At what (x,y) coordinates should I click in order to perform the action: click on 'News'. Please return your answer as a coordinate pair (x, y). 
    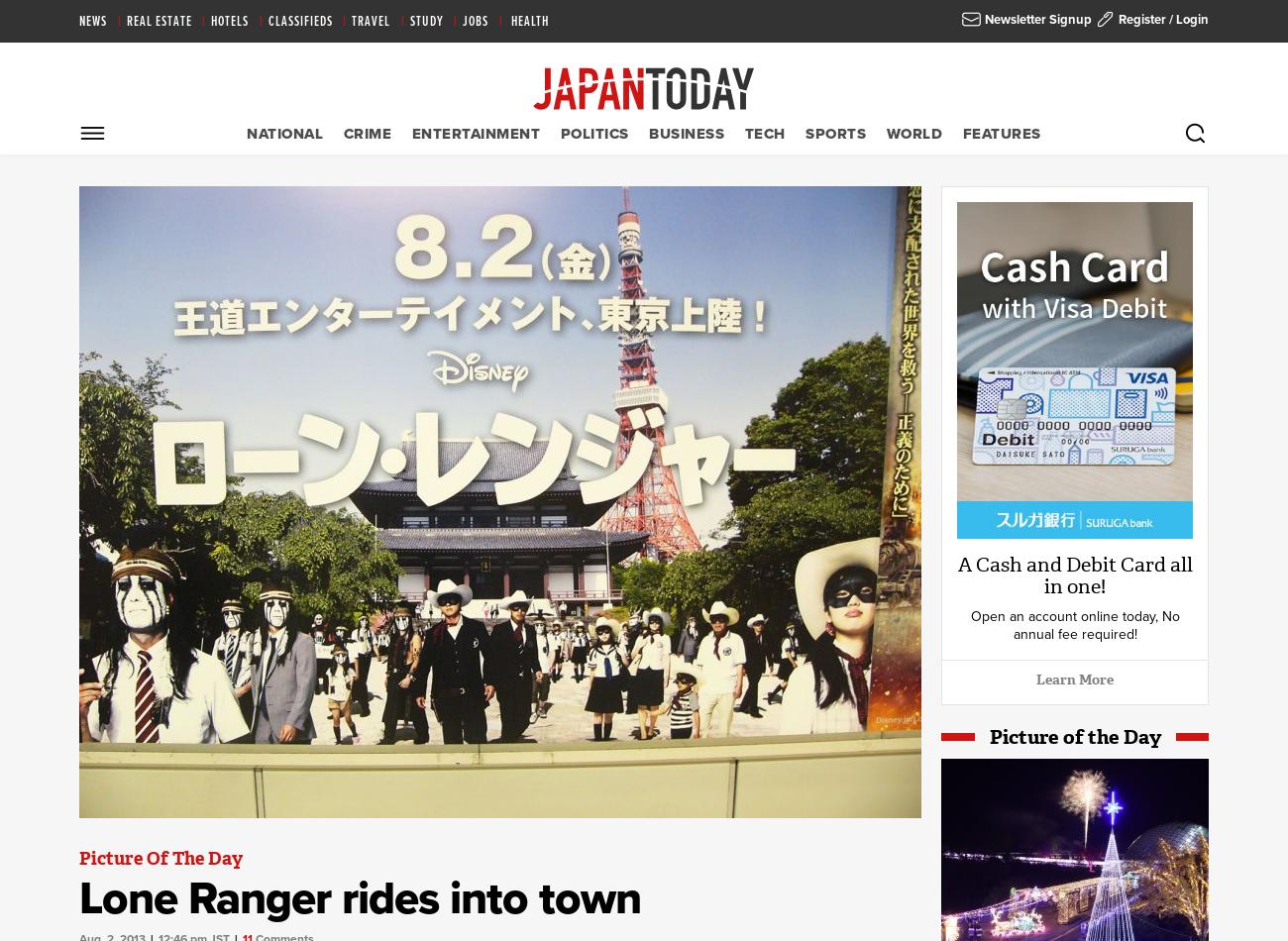
    Looking at the image, I should click on (78, 22).